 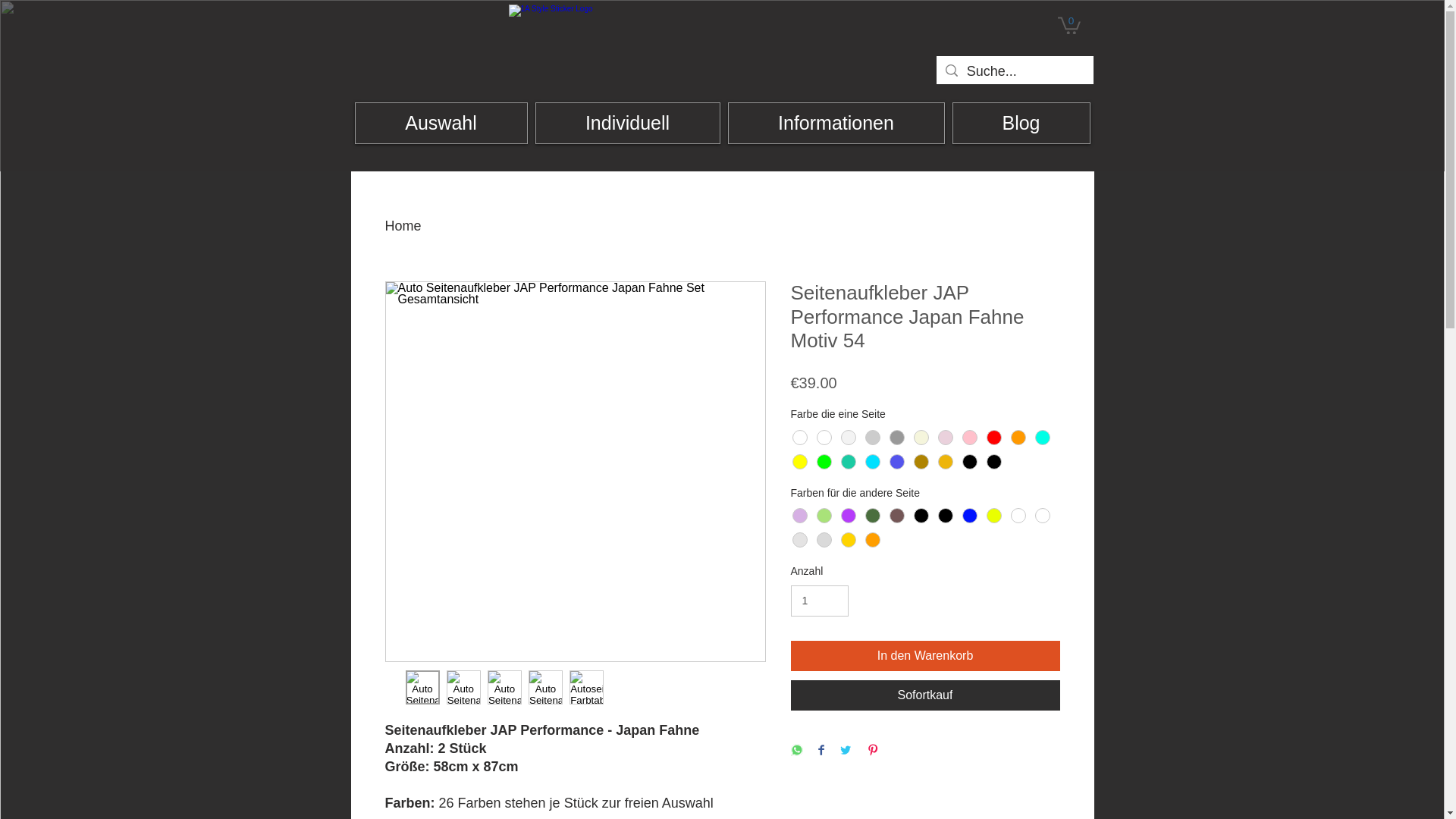 I want to click on 'Individuell', so click(x=535, y=122).